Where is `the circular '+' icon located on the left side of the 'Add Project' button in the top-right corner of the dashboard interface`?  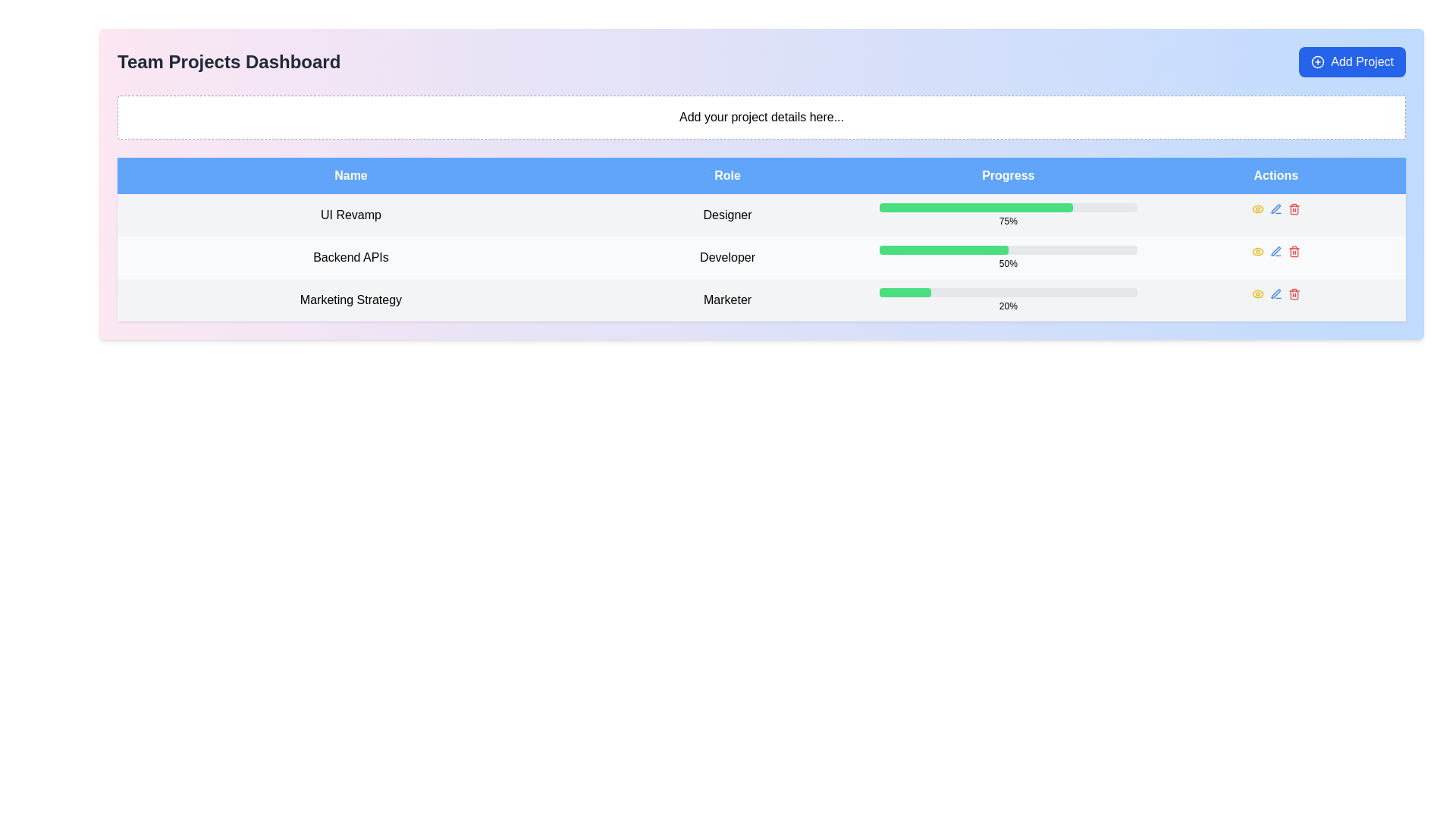 the circular '+' icon located on the left side of the 'Add Project' button in the top-right corner of the dashboard interface is located at coordinates (1317, 61).